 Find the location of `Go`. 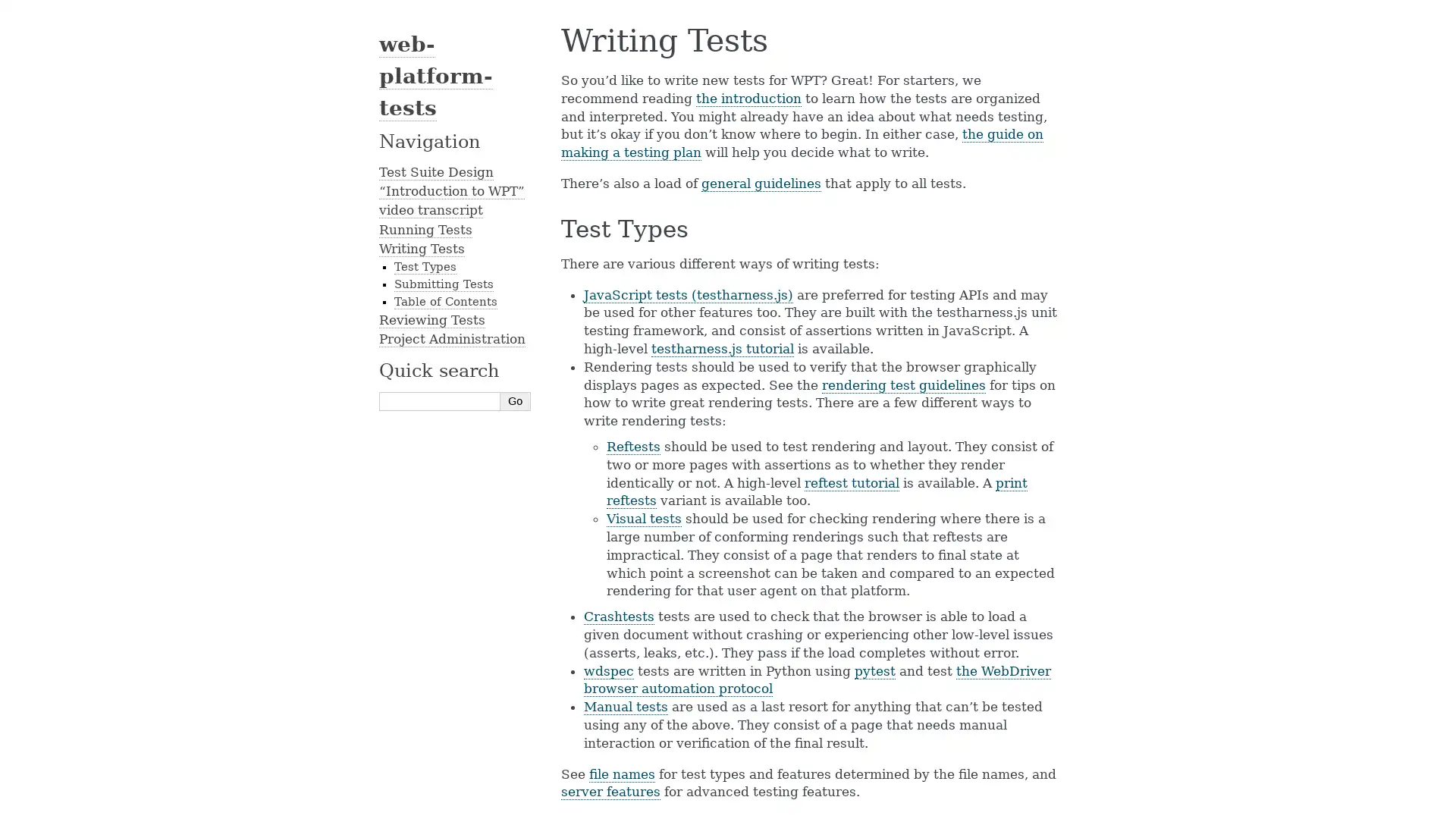

Go is located at coordinates (516, 400).